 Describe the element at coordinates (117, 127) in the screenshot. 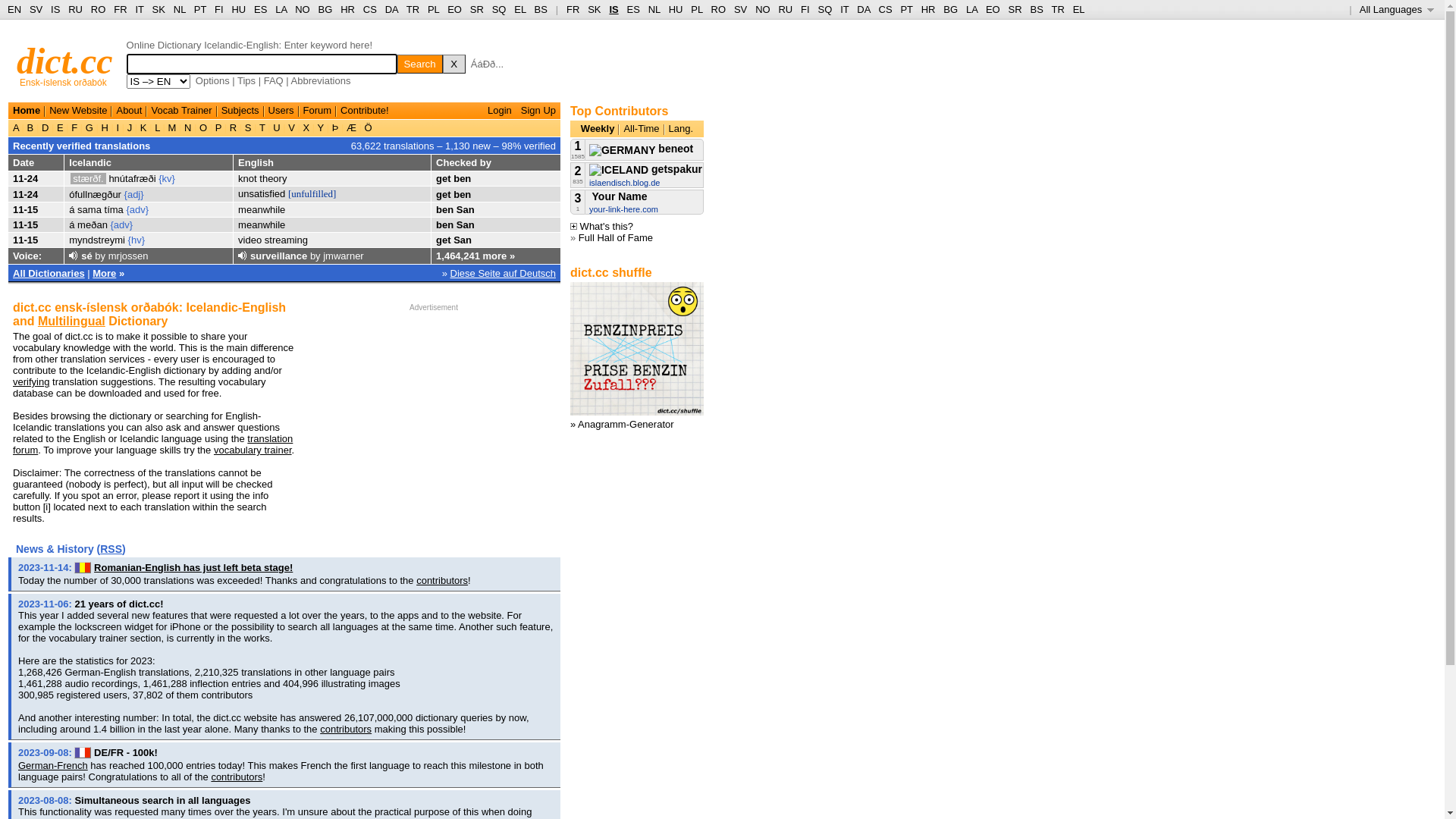

I see `'I'` at that location.